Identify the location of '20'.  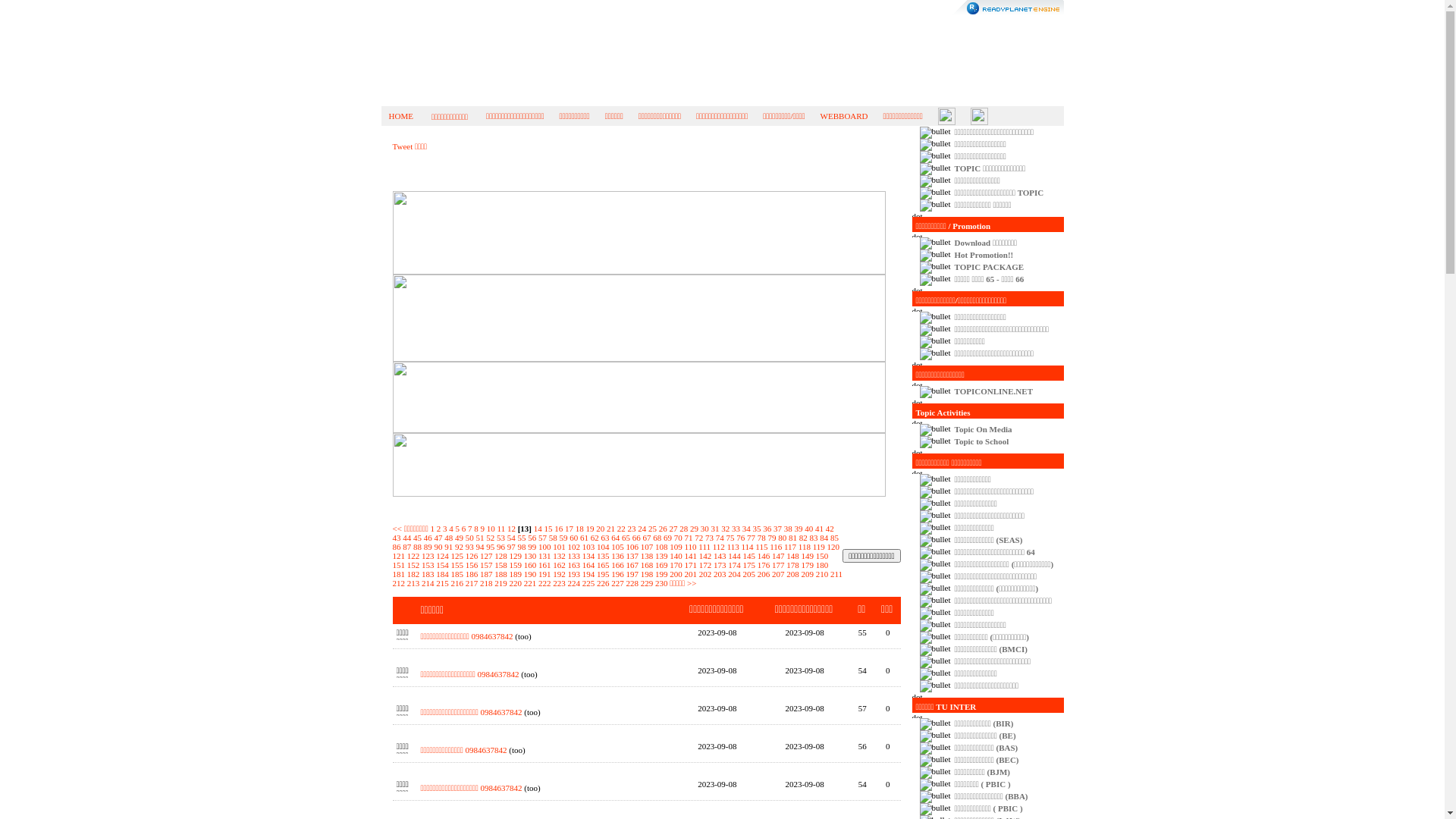
(599, 528).